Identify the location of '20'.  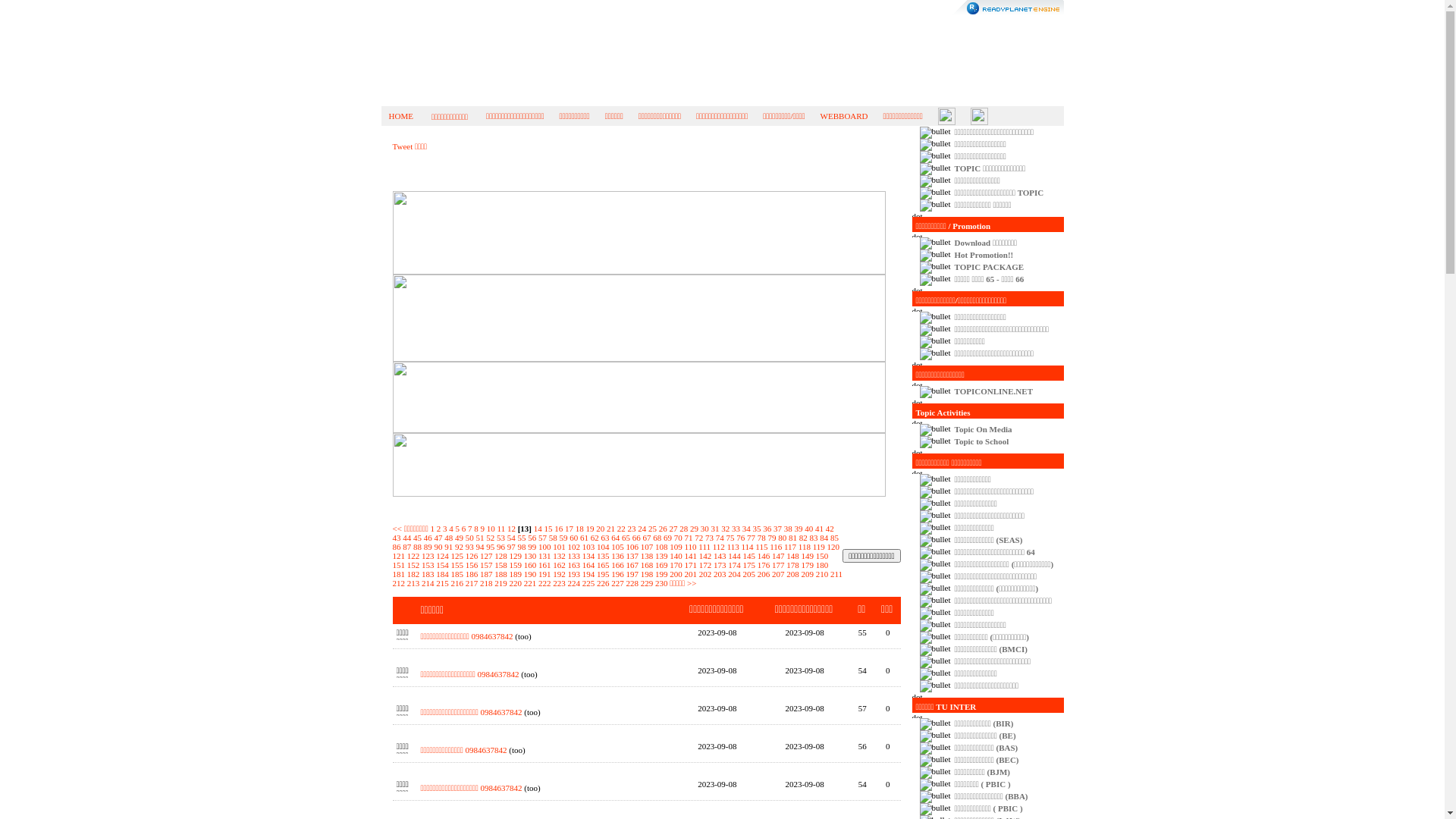
(599, 528).